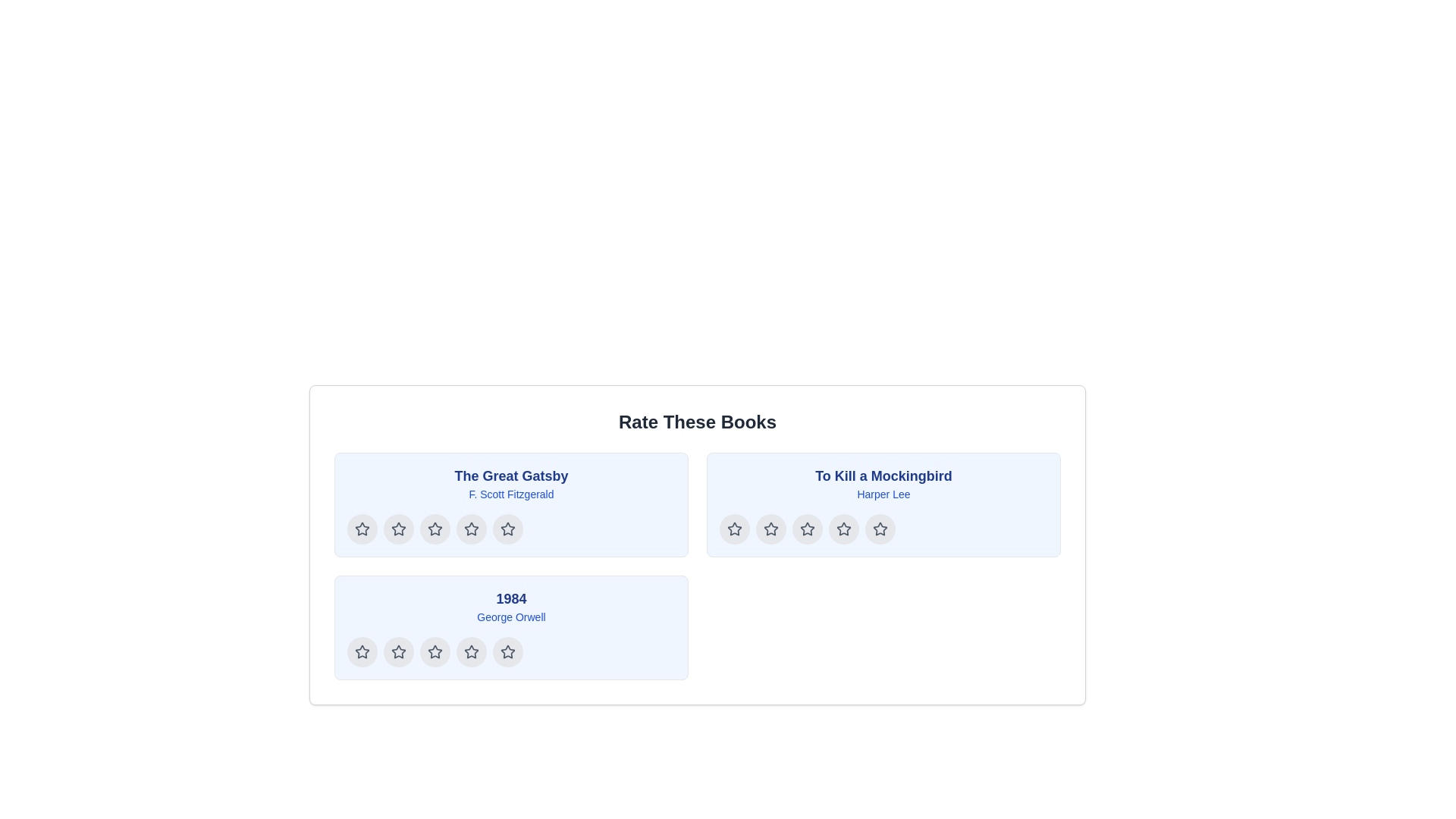 Image resolution: width=1456 pixels, height=819 pixels. I want to click on the second star icon button for the book '1984' by George Orwell, so click(435, 651).